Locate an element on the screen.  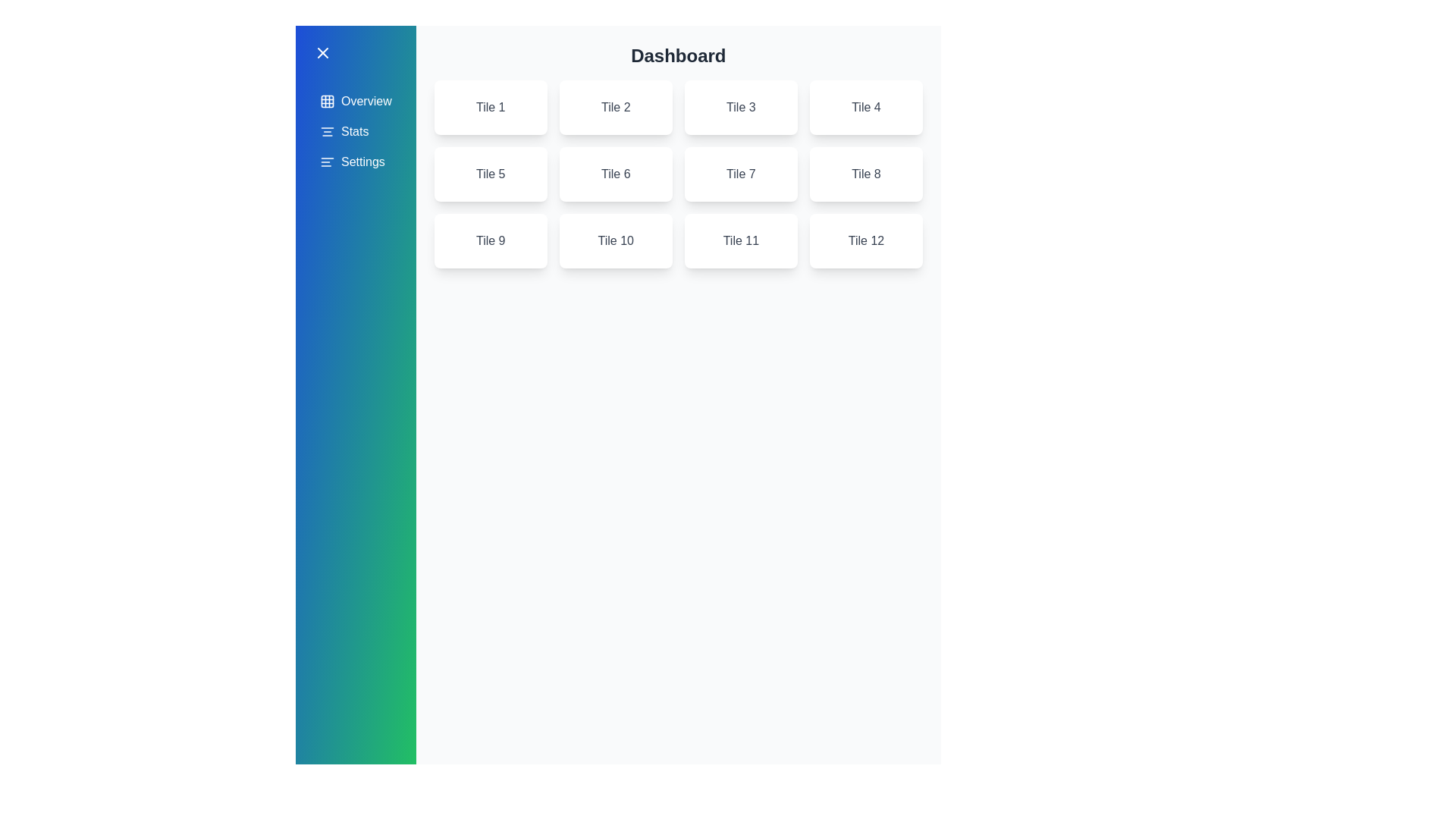
the menu item Stats in the sidebar is located at coordinates (355, 130).